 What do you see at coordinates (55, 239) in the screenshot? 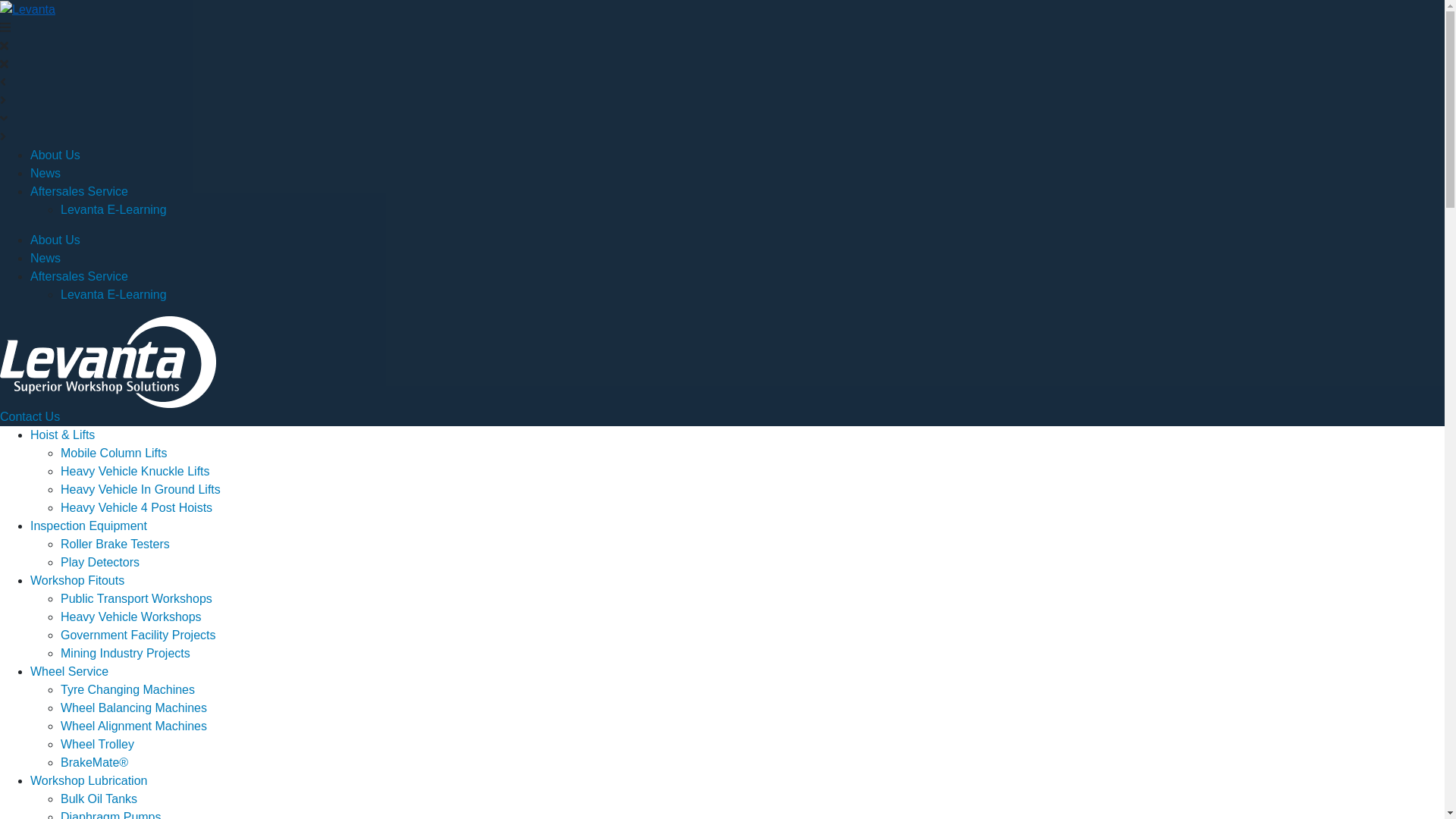
I see `'About Us'` at bounding box center [55, 239].